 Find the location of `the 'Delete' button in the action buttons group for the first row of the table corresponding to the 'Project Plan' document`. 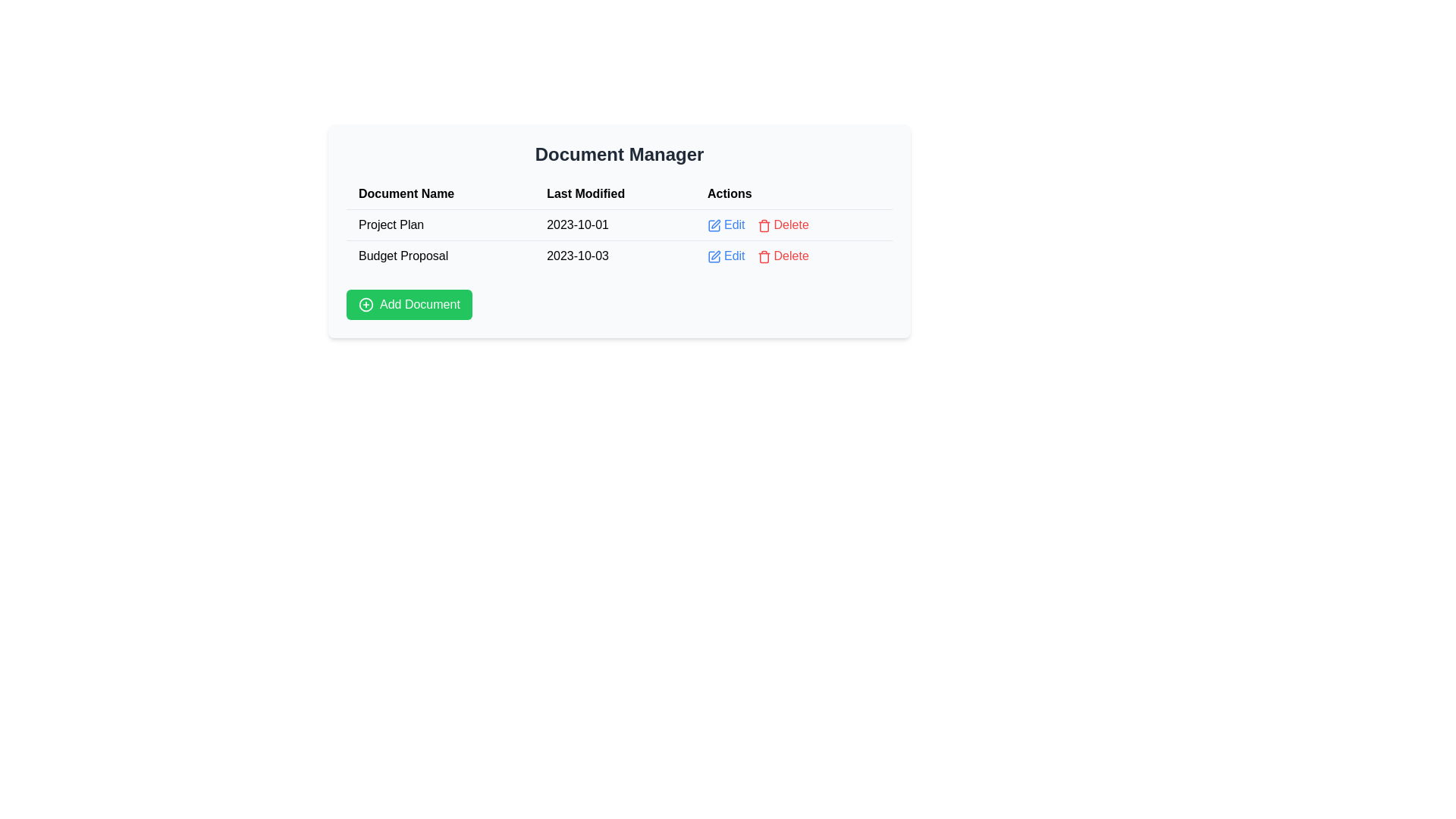

the 'Delete' button in the action buttons group for the first row of the table corresponding to the 'Project Plan' document is located at coordinates (792, 225).